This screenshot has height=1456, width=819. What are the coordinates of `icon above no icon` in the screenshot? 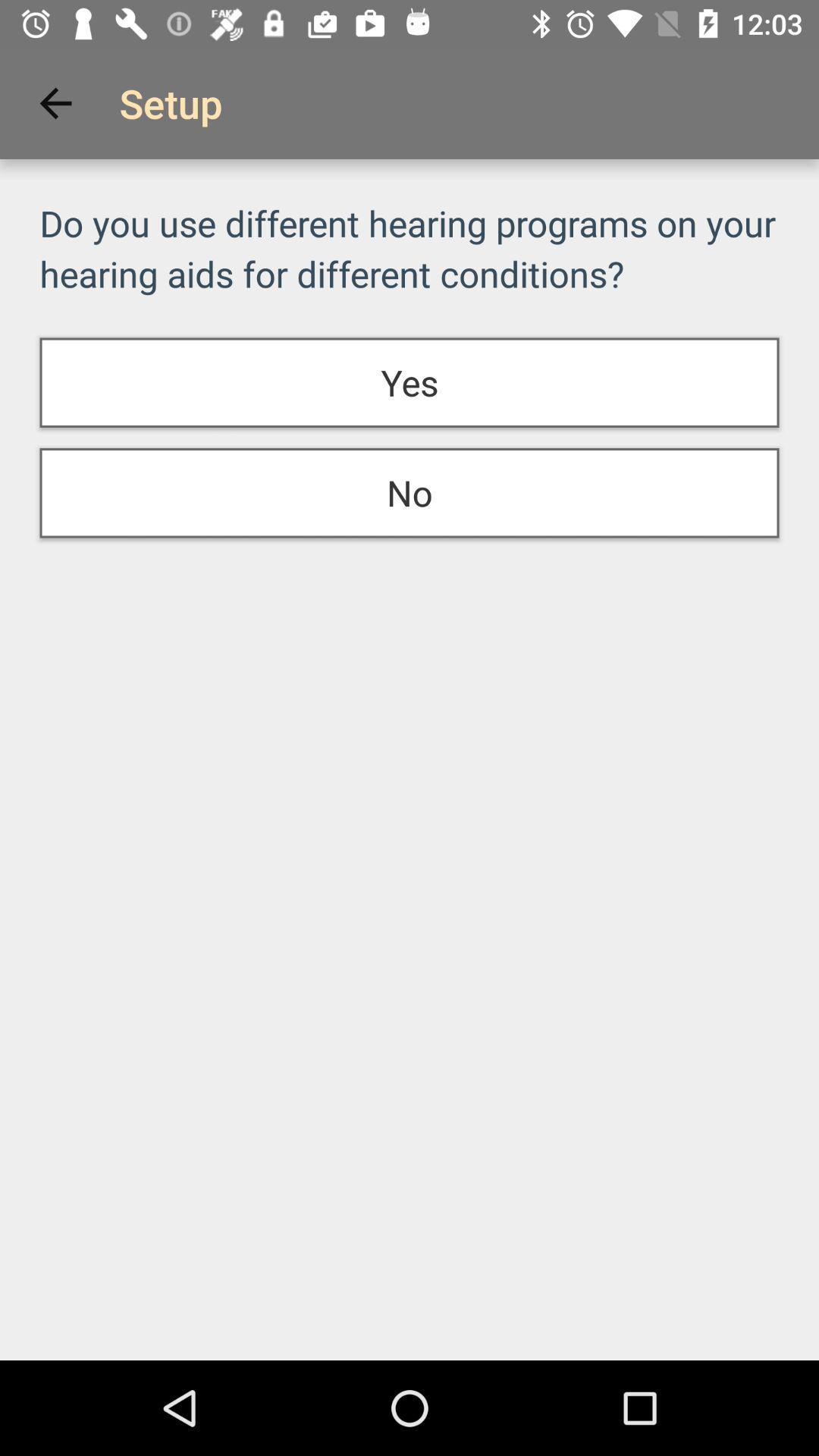 It's located at (409, 382).